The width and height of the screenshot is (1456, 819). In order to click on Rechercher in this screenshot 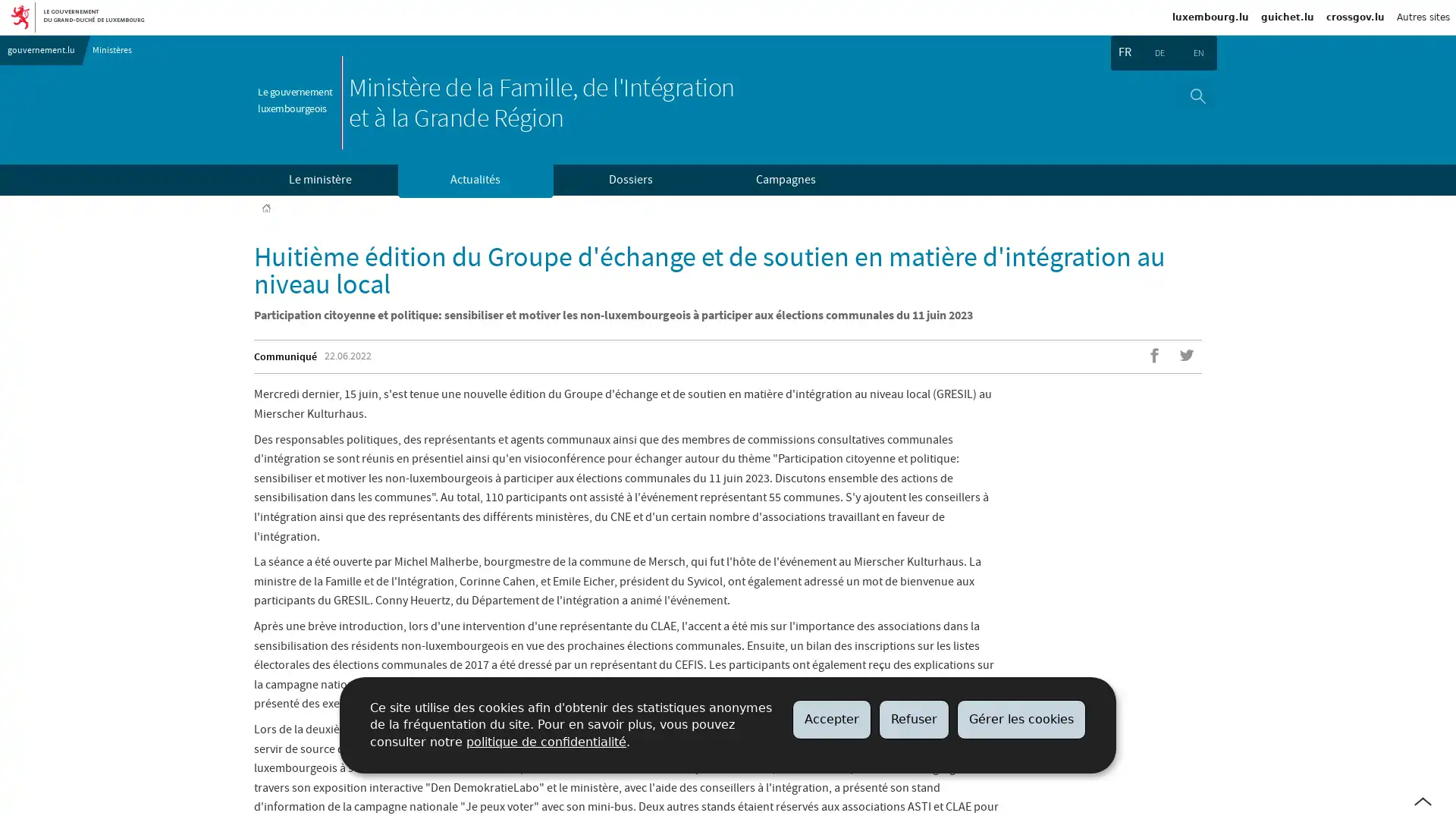, I will do `click(1197, 96)`.